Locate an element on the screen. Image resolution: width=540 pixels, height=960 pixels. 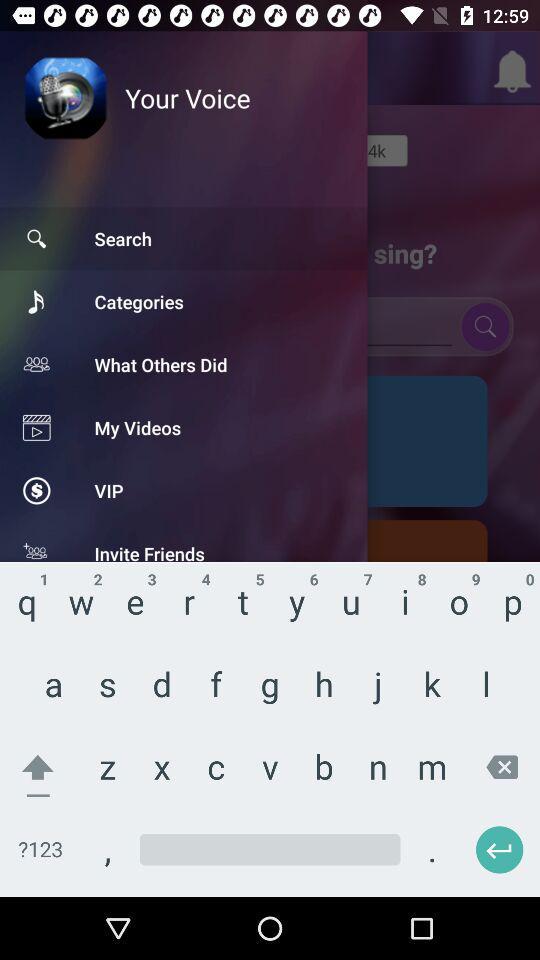
the last  four alphabets in the second row of the key board is located at coordinates (381, 690).